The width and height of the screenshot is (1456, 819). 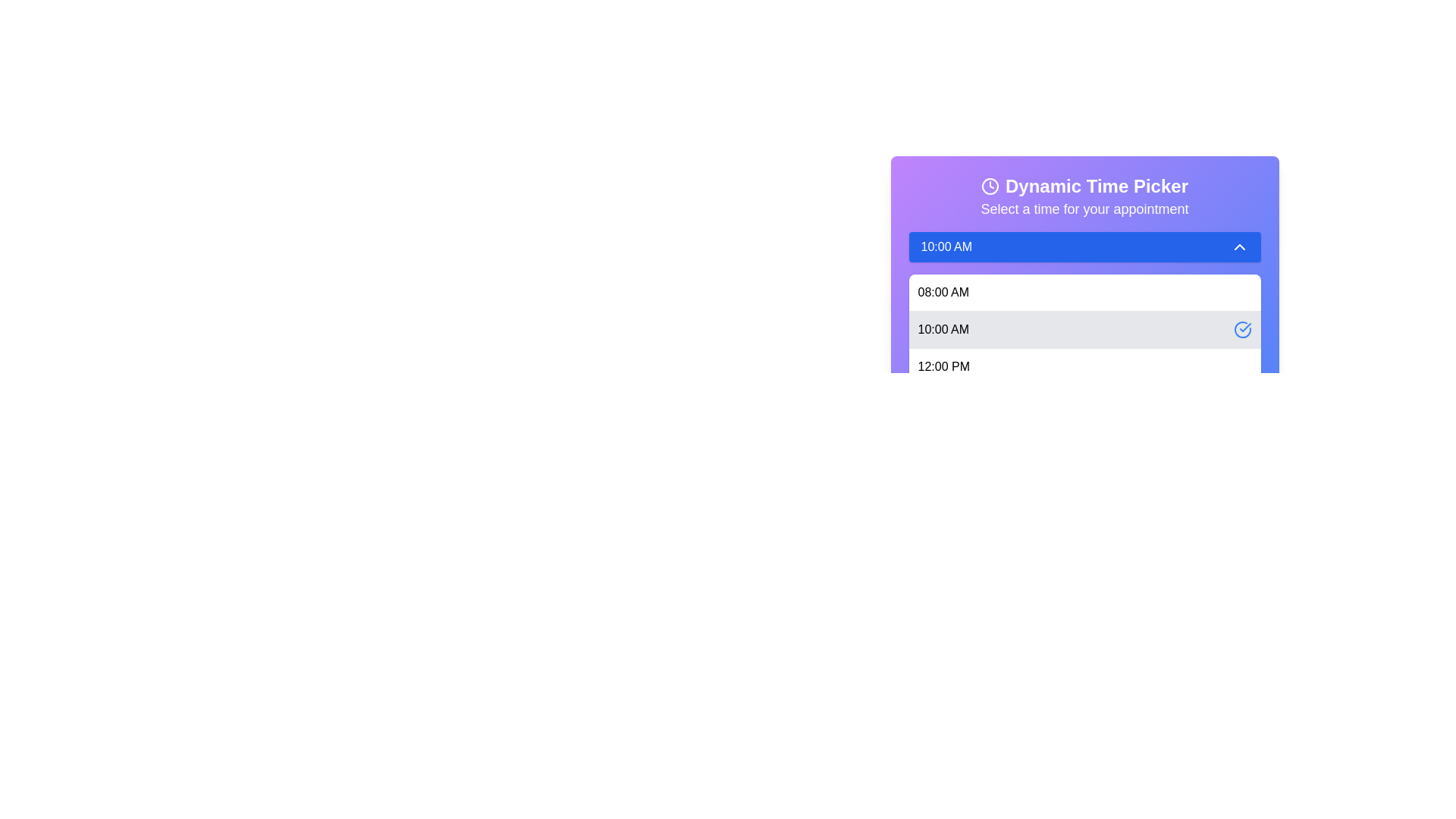 I want to click on to select the '12:00 PM' time option in the dropdown list of the time picker interface, located beneath the '10:00 AM' option, so click(x=943, y=366).